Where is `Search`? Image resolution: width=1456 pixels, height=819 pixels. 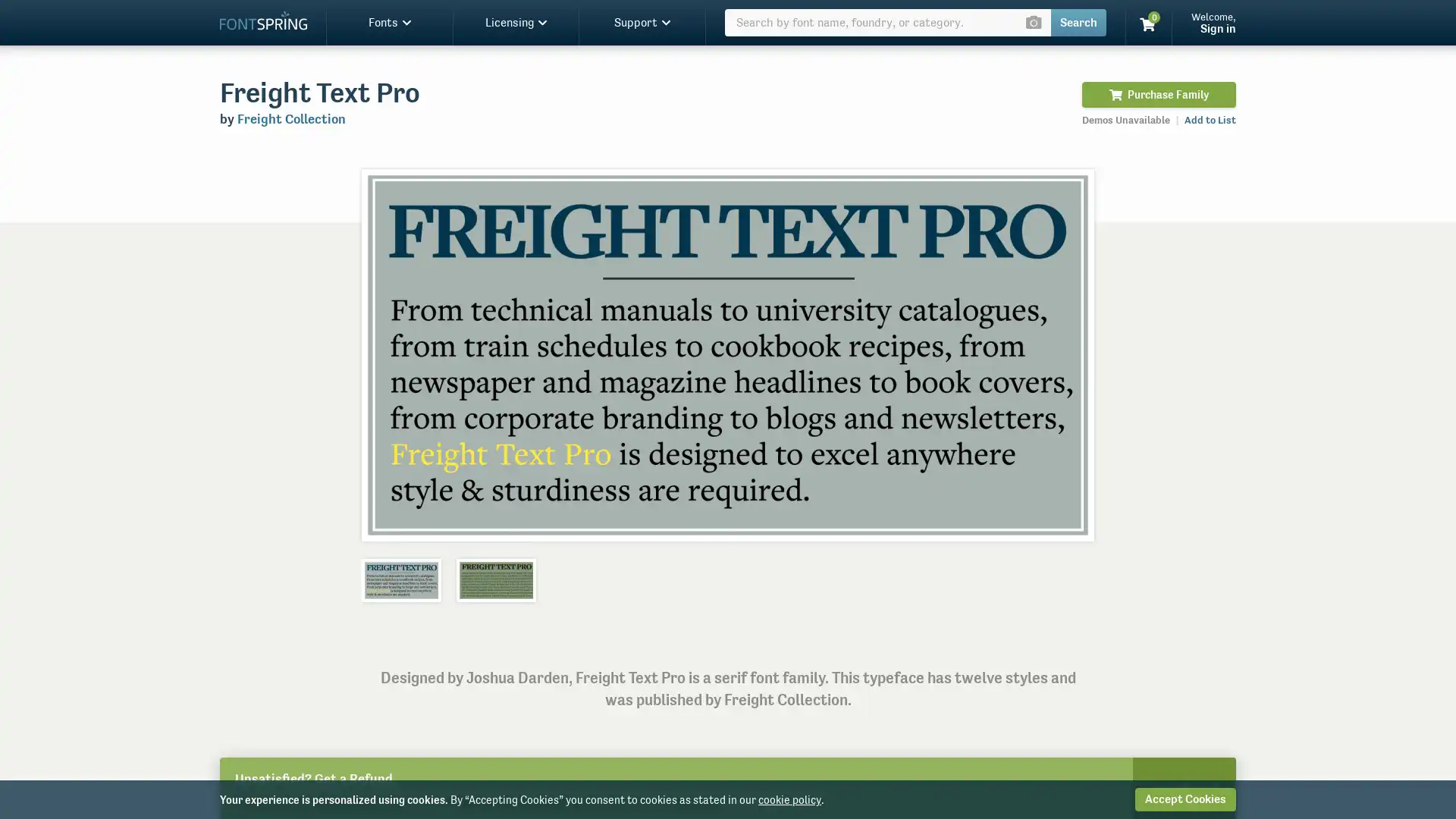 Search is located at coordinates (1078, 23).